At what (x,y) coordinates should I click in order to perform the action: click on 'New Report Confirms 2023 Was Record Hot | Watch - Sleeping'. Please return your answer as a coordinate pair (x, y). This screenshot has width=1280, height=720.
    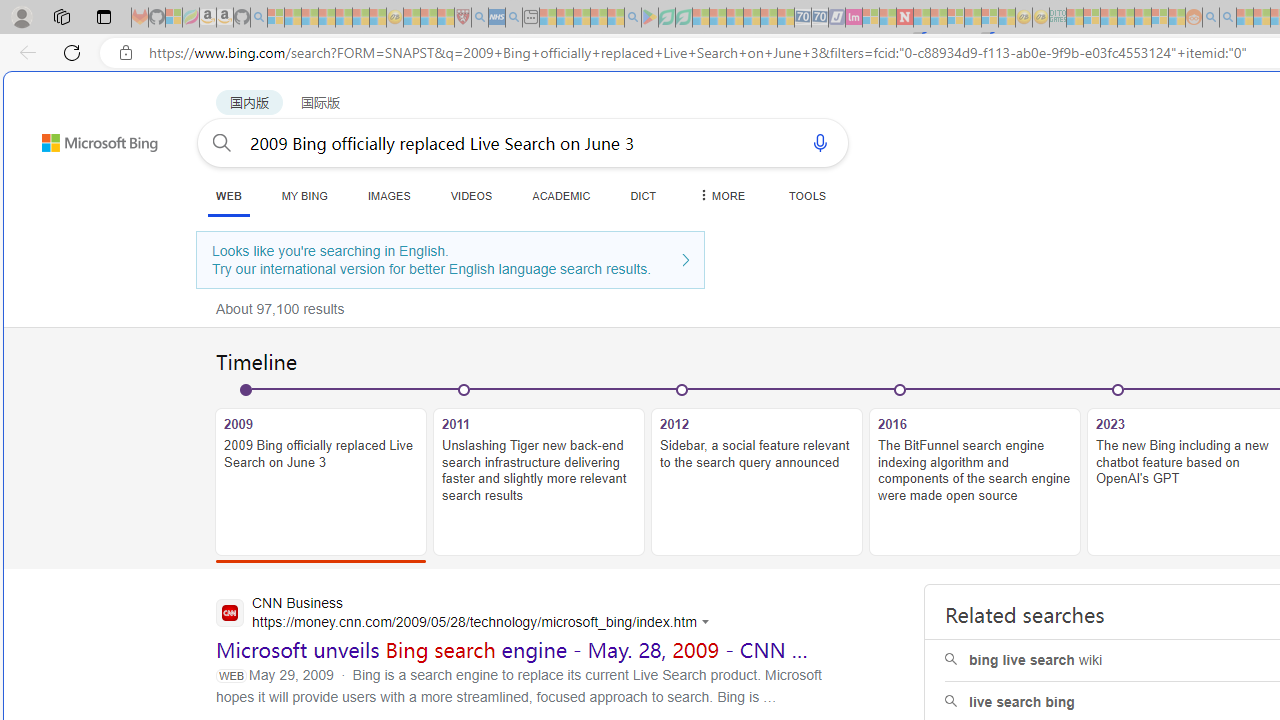
    Looking at the image, I should click on (343, 17).